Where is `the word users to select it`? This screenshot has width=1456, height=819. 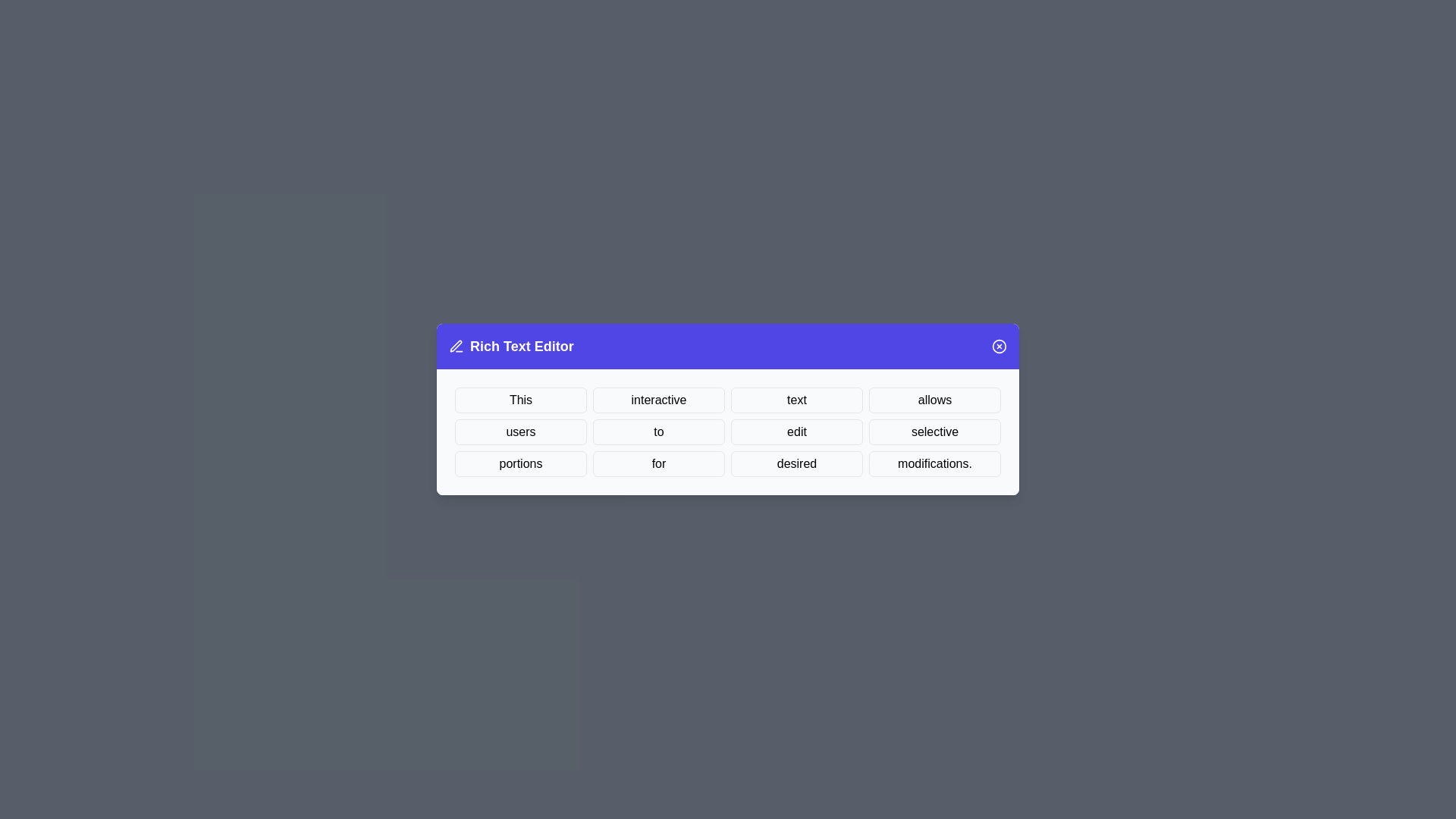
the word users to select it is located at coordinates (520, 432).